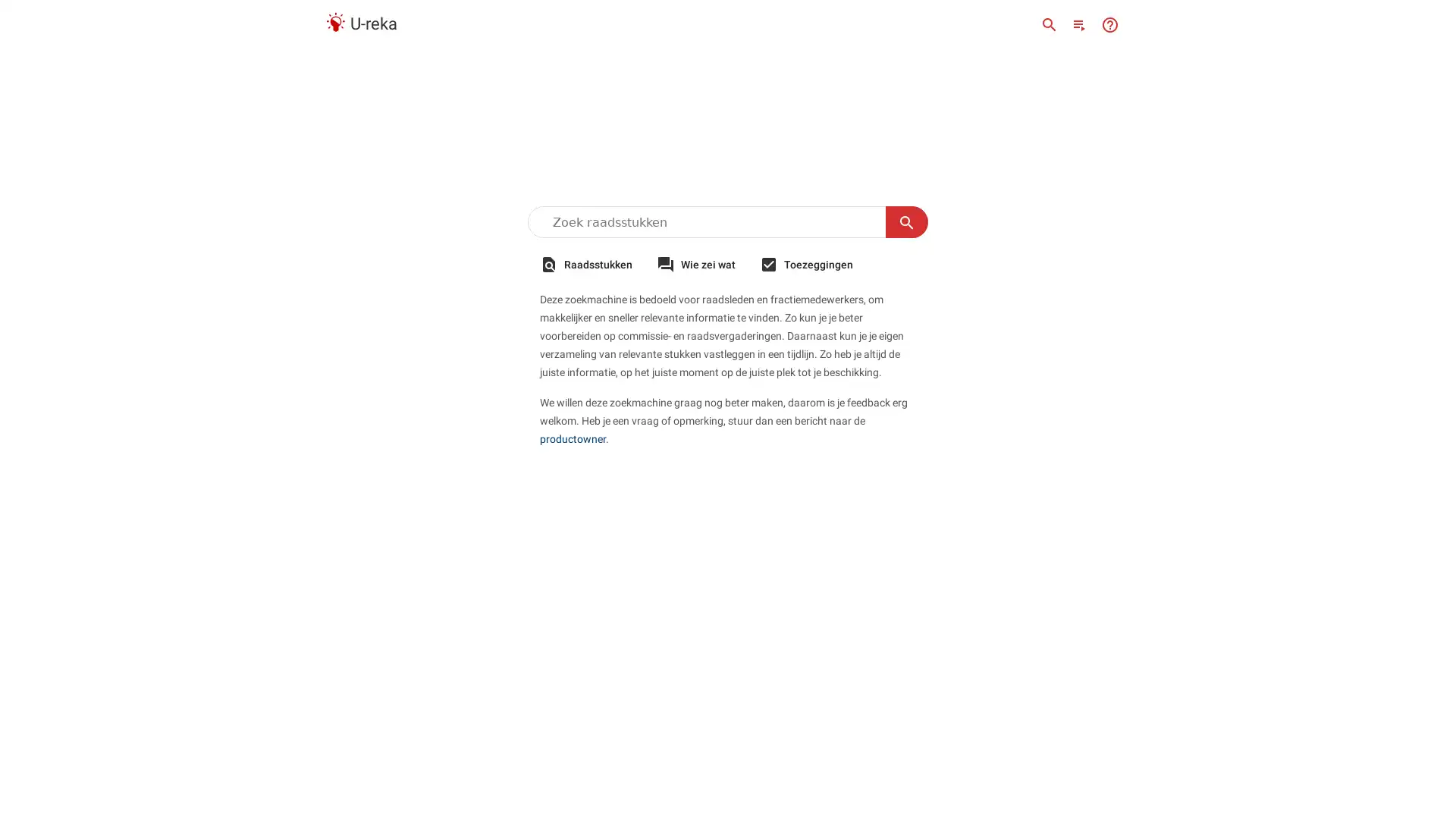 The width and height of the screenshot is (1456, 819). Describe the element at coordinates (585, 263) in the screenshot. I see `Raadsstukken` at that location.